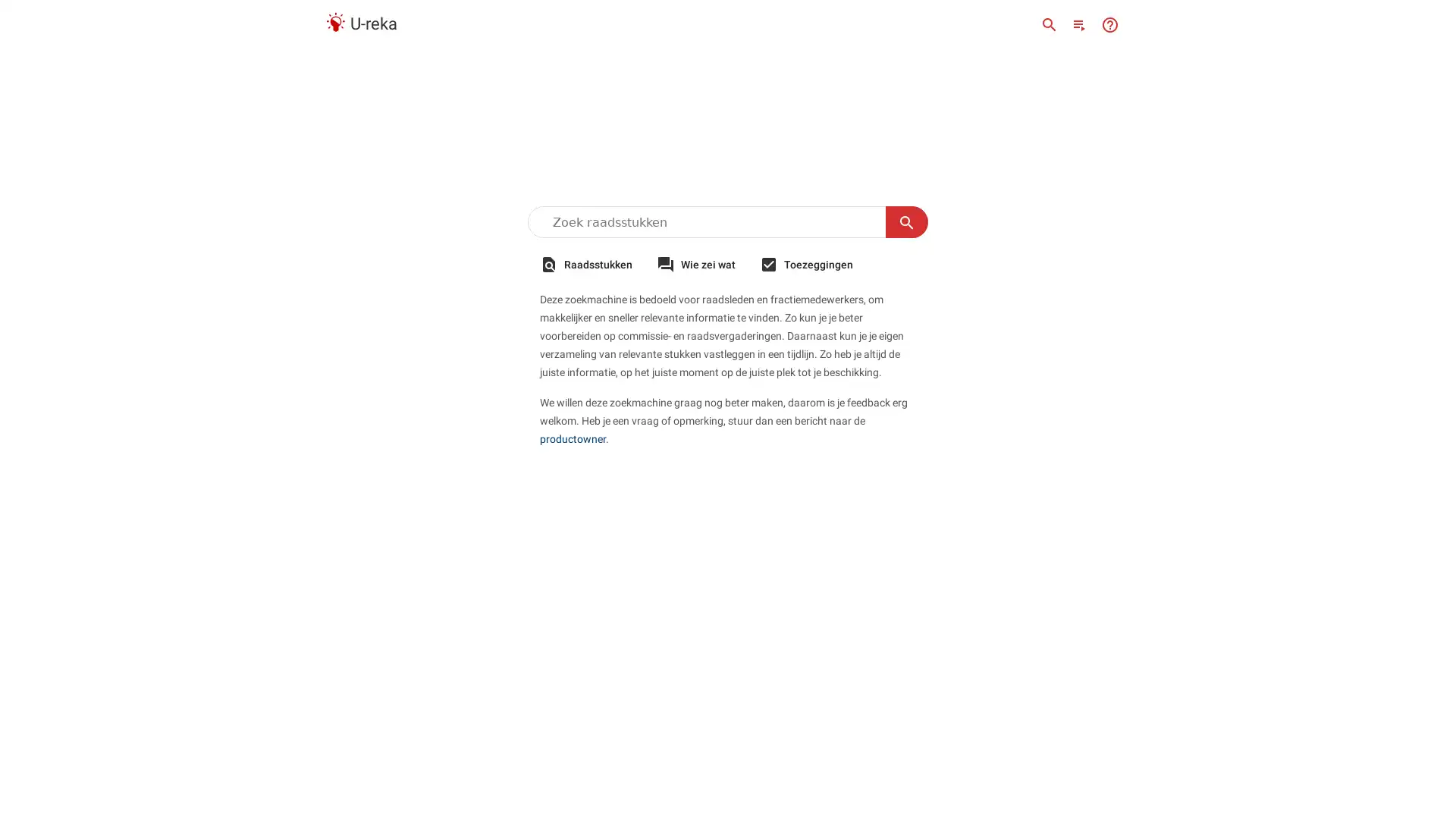 The width and height of the screenshot is (1456, 819). Describe the element at coordinates (585, 263) in the screenshot. I see `Raadsstukken` at that location.